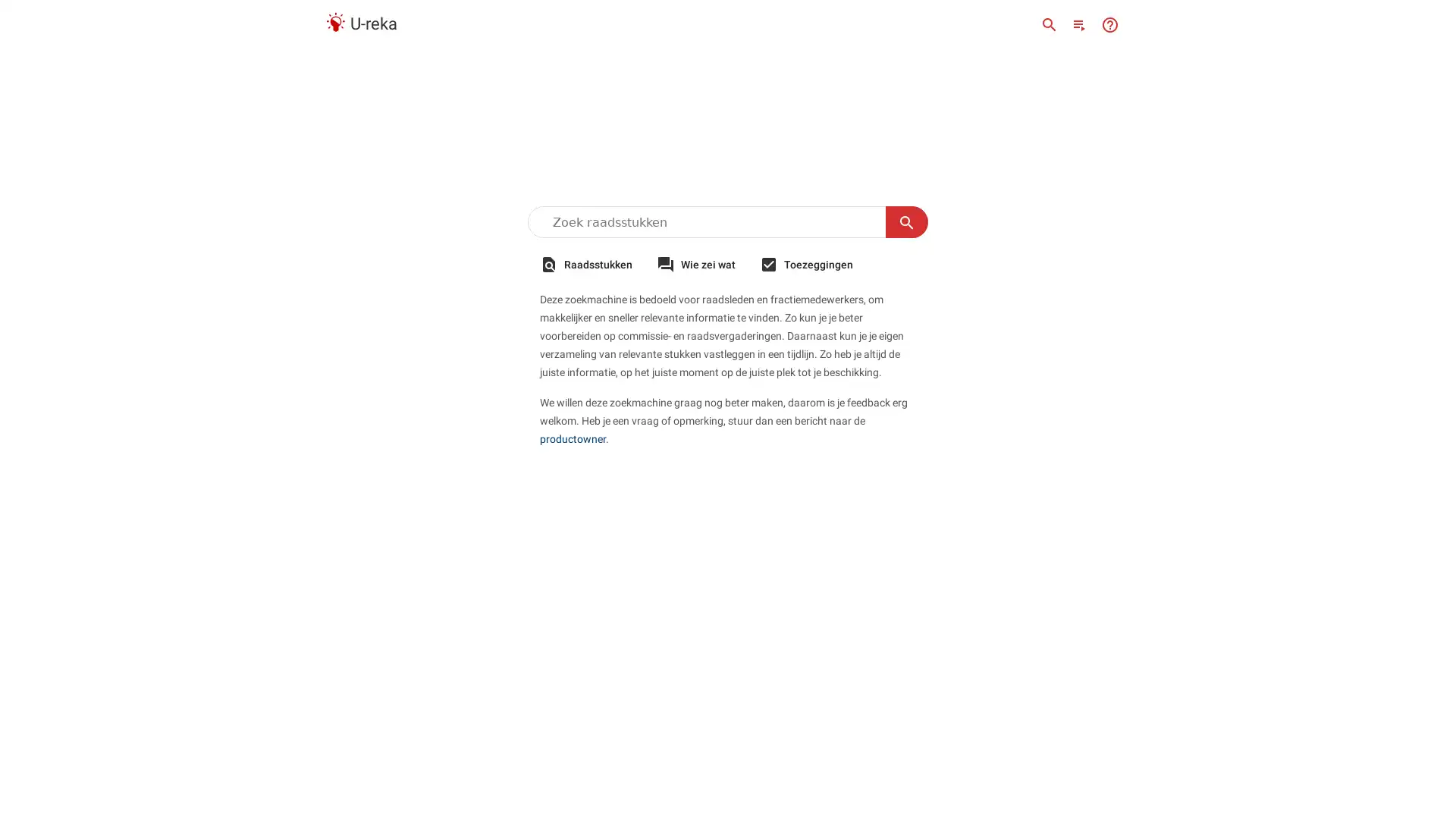 The width and height of the screenshot is (1456, 819). Describe the element at coordinates (585, 263) in the screenshot. I see `Raadsstukken` at that location.